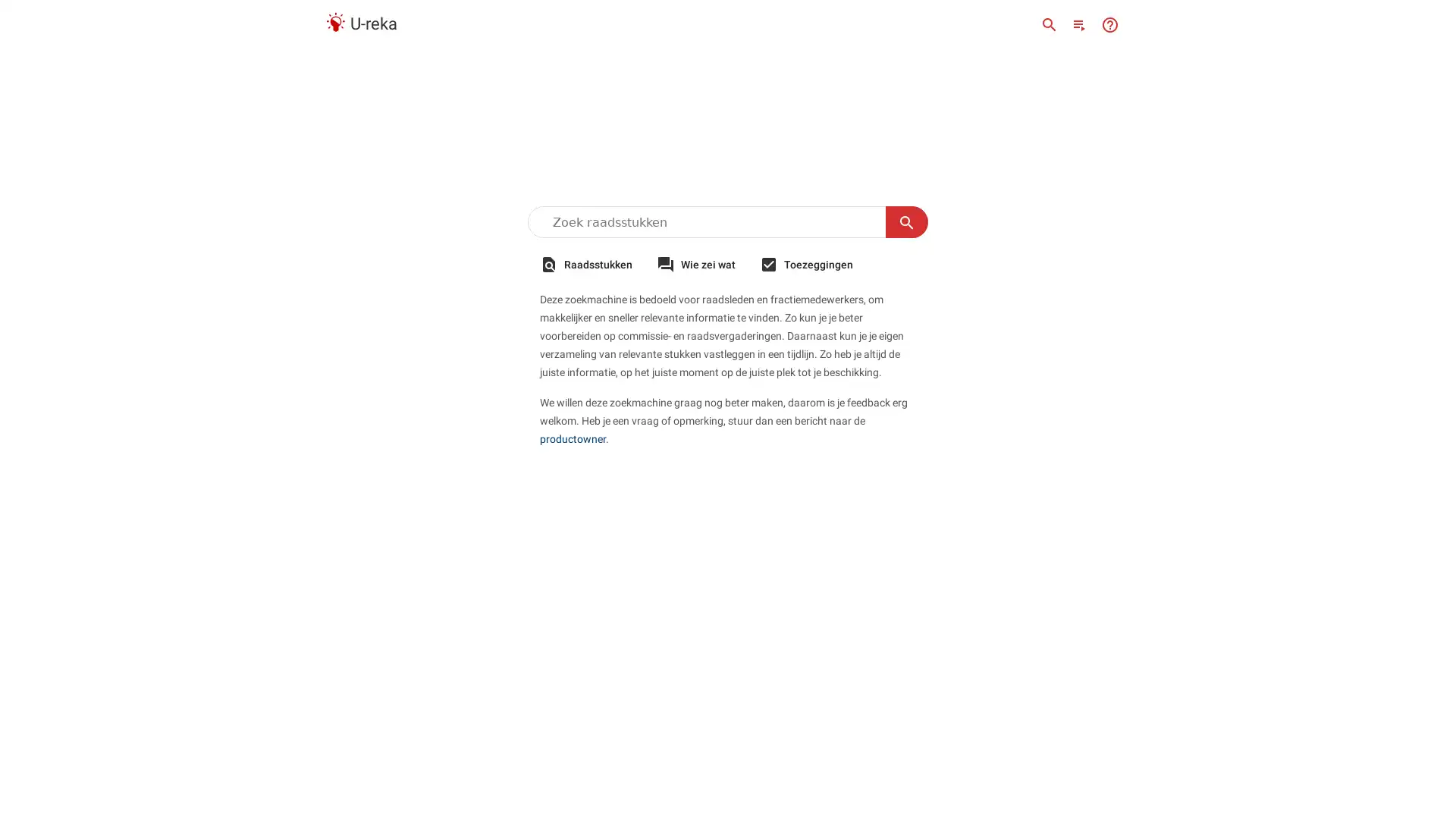 The width and height of the screenshot is (1456, 819). Describe the element at coordinates (585, 263) in the screenshot. I see `Raadsstukken` at that location.